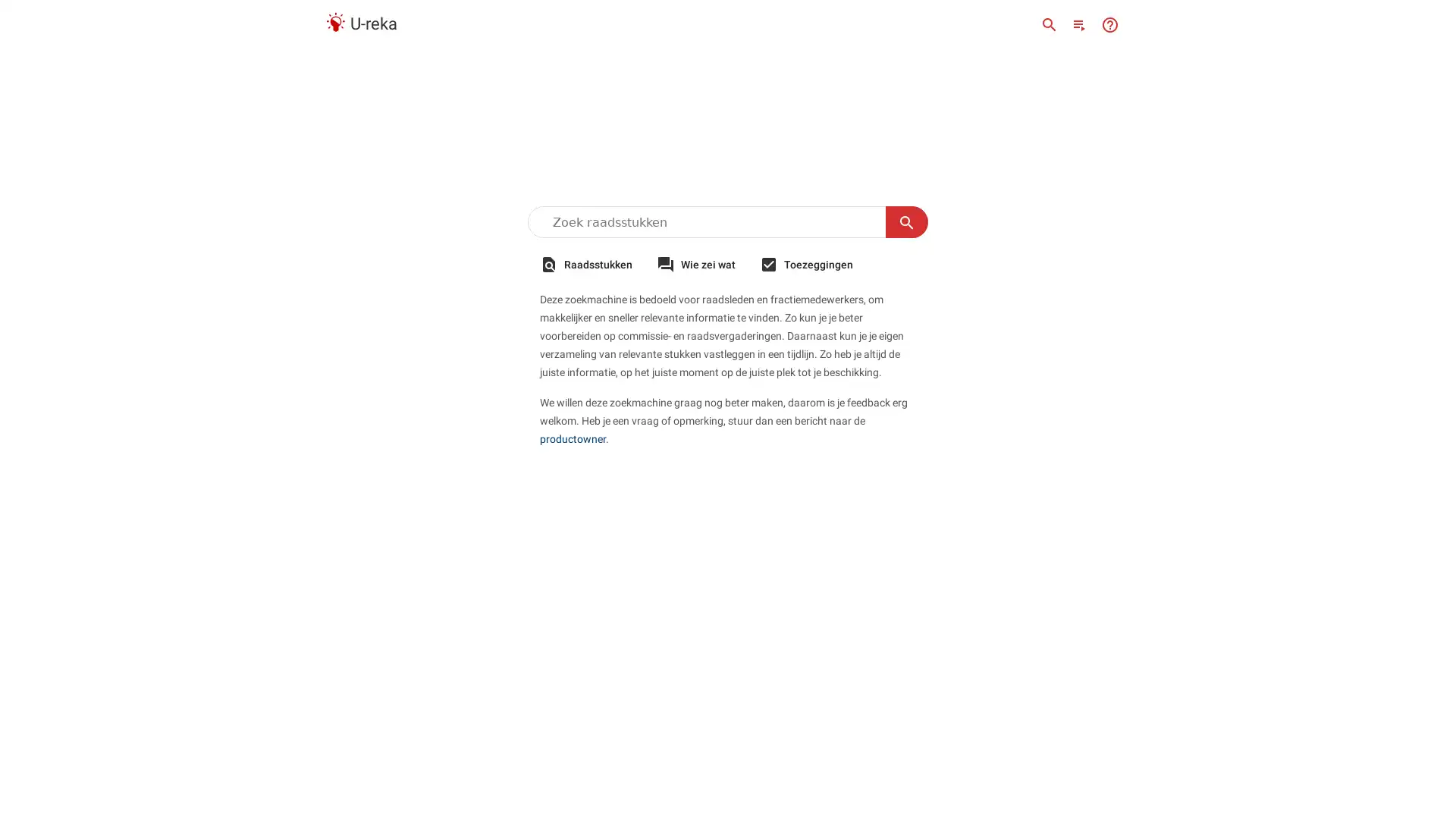 The width and height of the screenshot is (1456, 819). Describe the element at coordinates (585, 263) in the screenshot. I see `Raadsstukken` at that location.